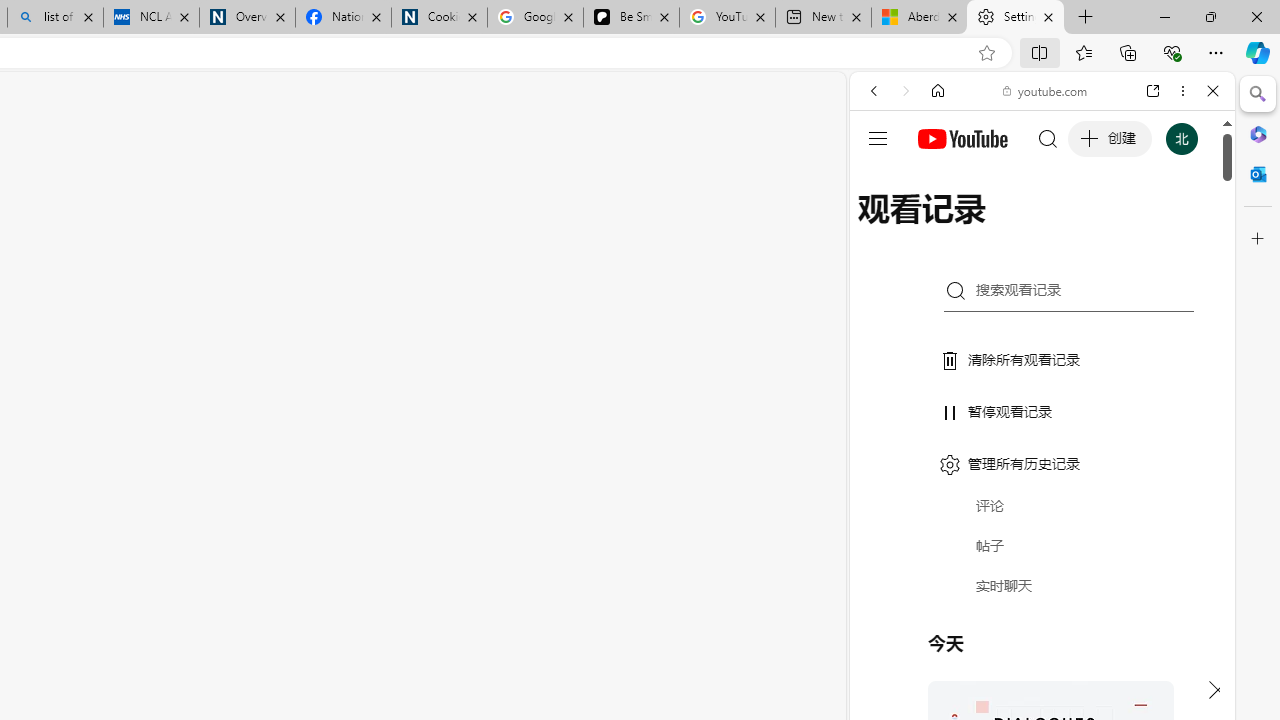  Describe the element at coordinates (937, 91) in the screenshot. I see `'Home'` at that location.